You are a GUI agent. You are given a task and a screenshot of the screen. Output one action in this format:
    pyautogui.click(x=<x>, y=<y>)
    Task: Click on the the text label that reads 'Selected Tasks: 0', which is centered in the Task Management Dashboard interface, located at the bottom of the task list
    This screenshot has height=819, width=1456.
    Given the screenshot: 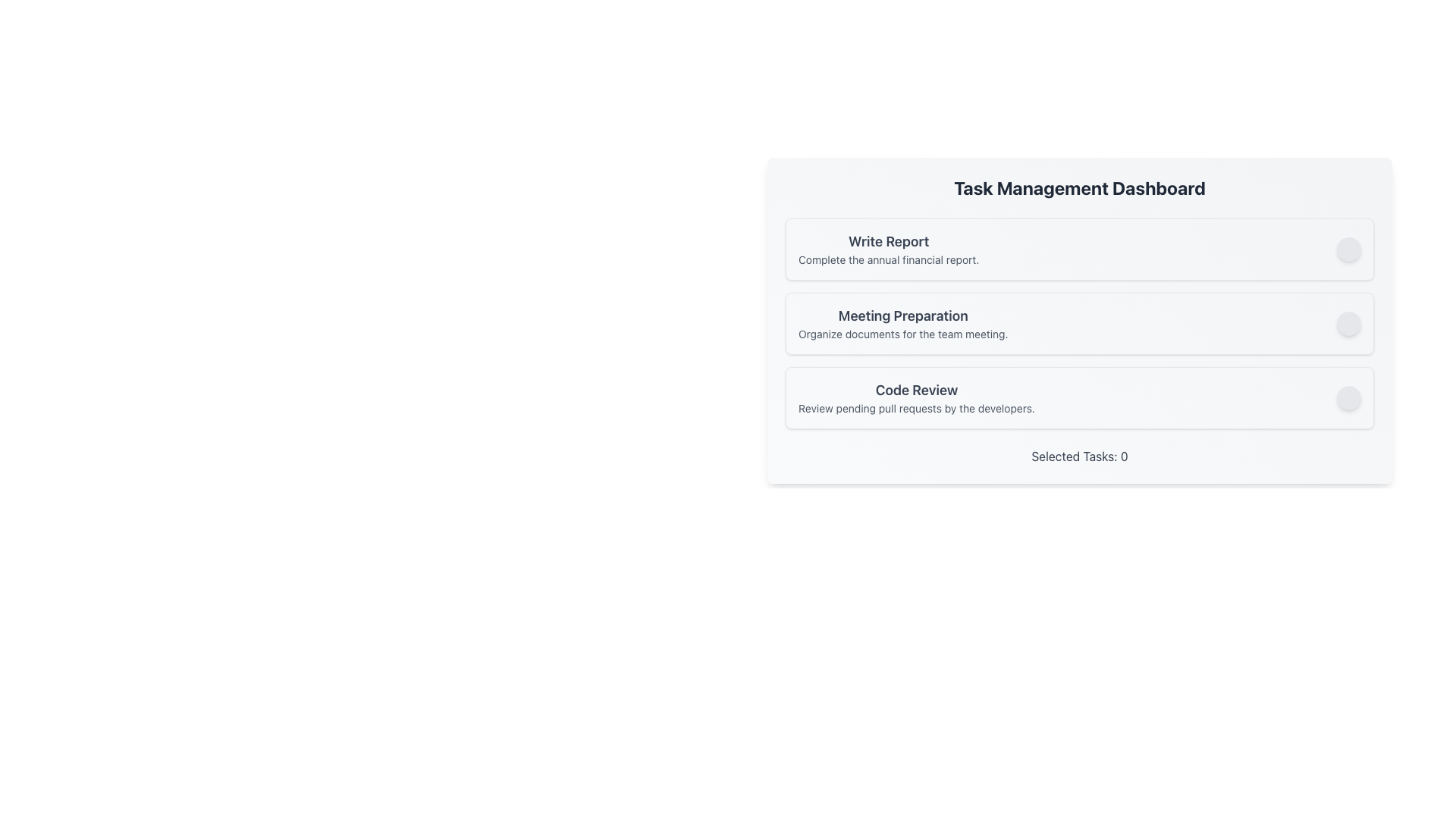 What is the action you would take?
    pyautogui.click(x=1079, y=455)
    